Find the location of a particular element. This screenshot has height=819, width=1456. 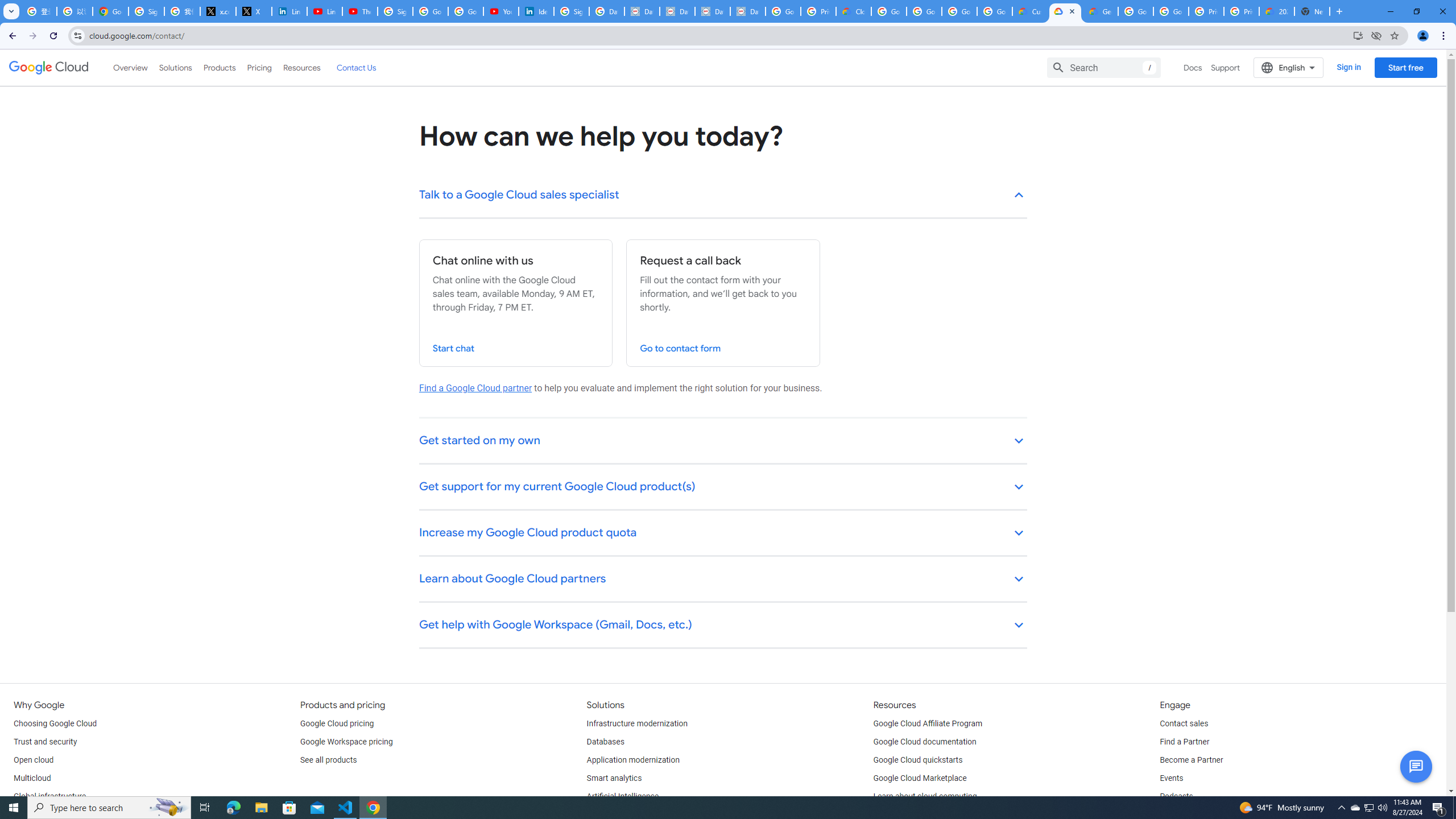

'Start free' is located at coordinates (1405, 67).